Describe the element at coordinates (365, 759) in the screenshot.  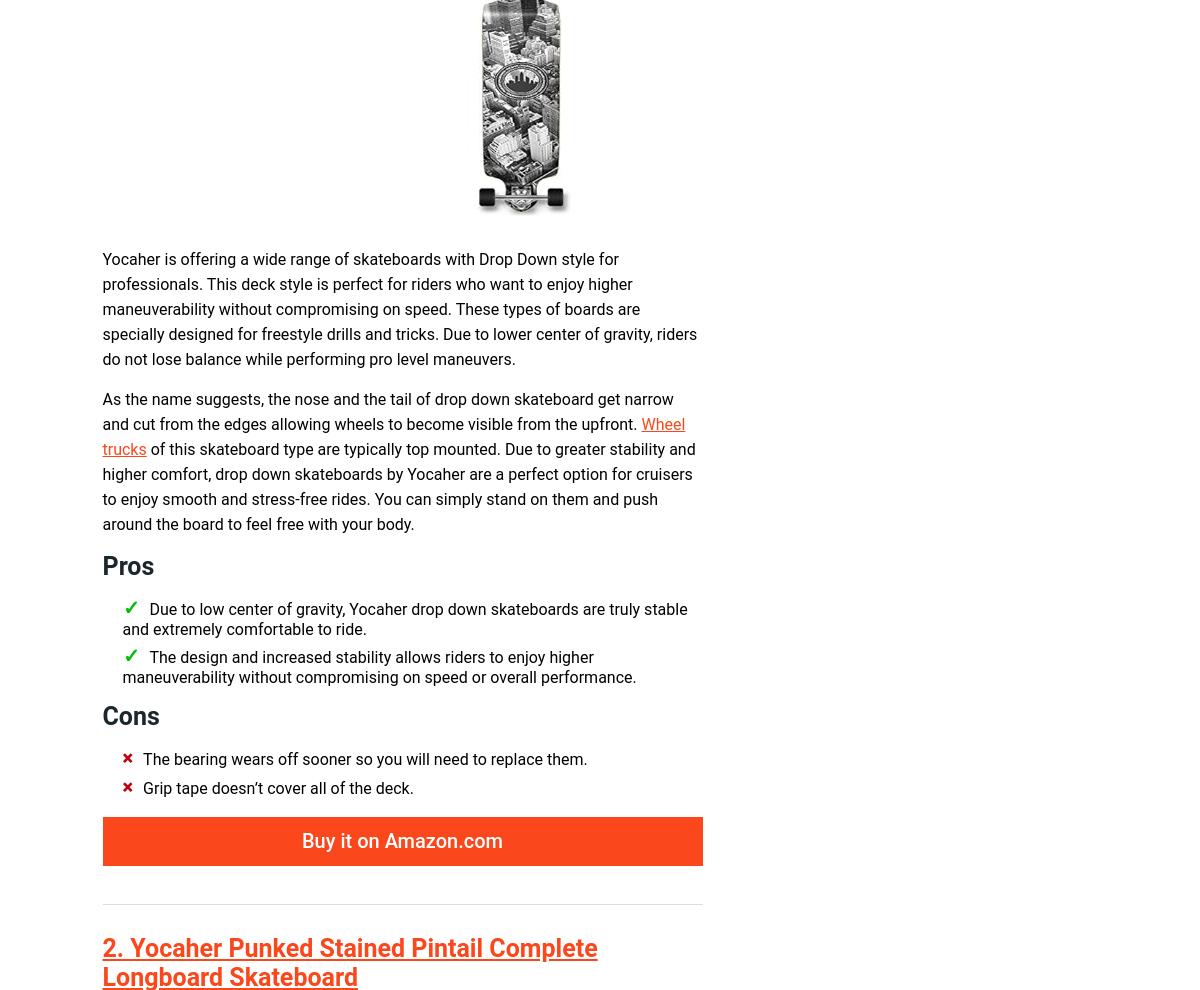
I see `'The bearing wears off sooner so you will need to replace them.'` at that location.